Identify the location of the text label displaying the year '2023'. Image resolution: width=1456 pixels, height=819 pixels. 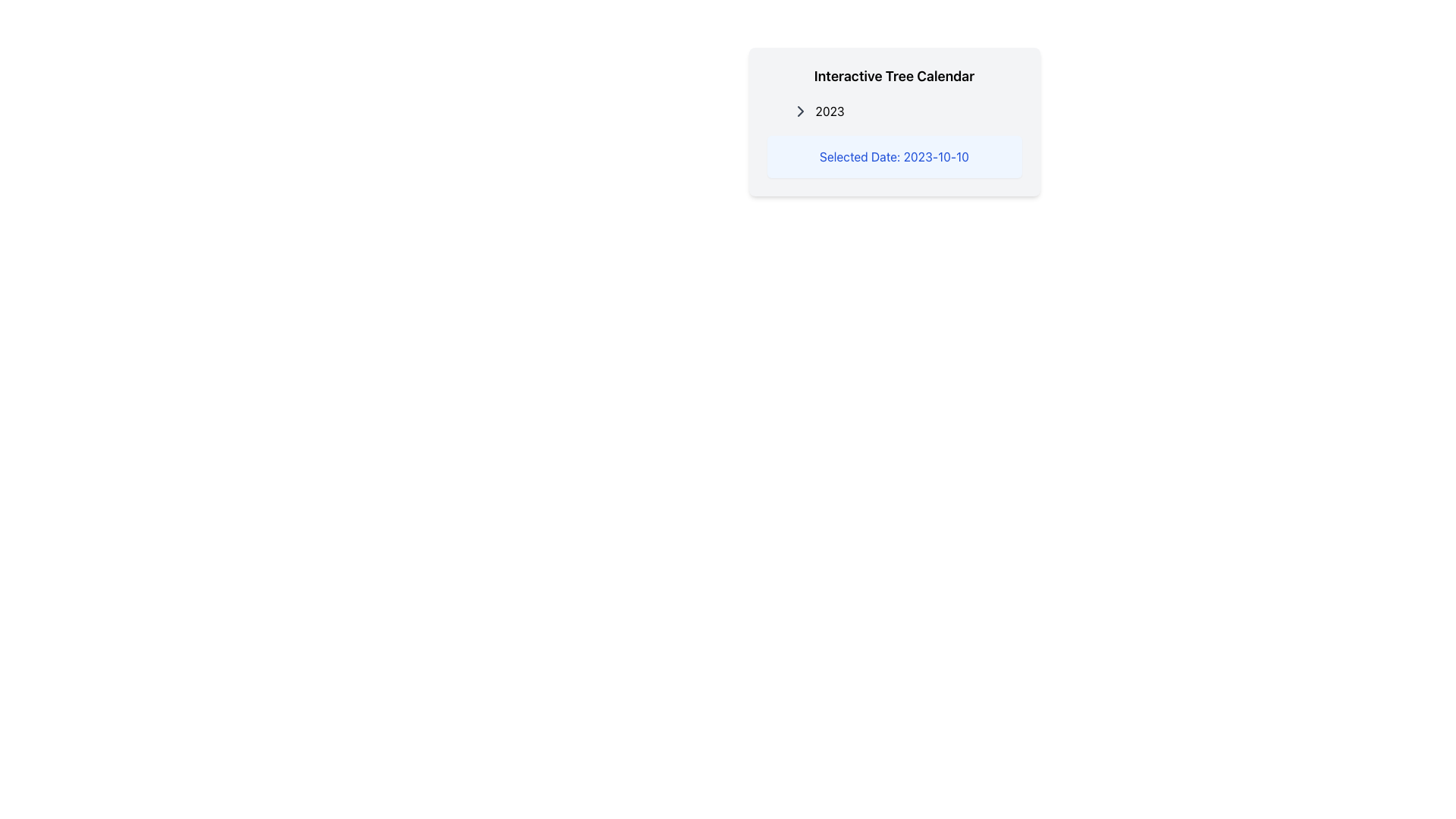
(829, 110).